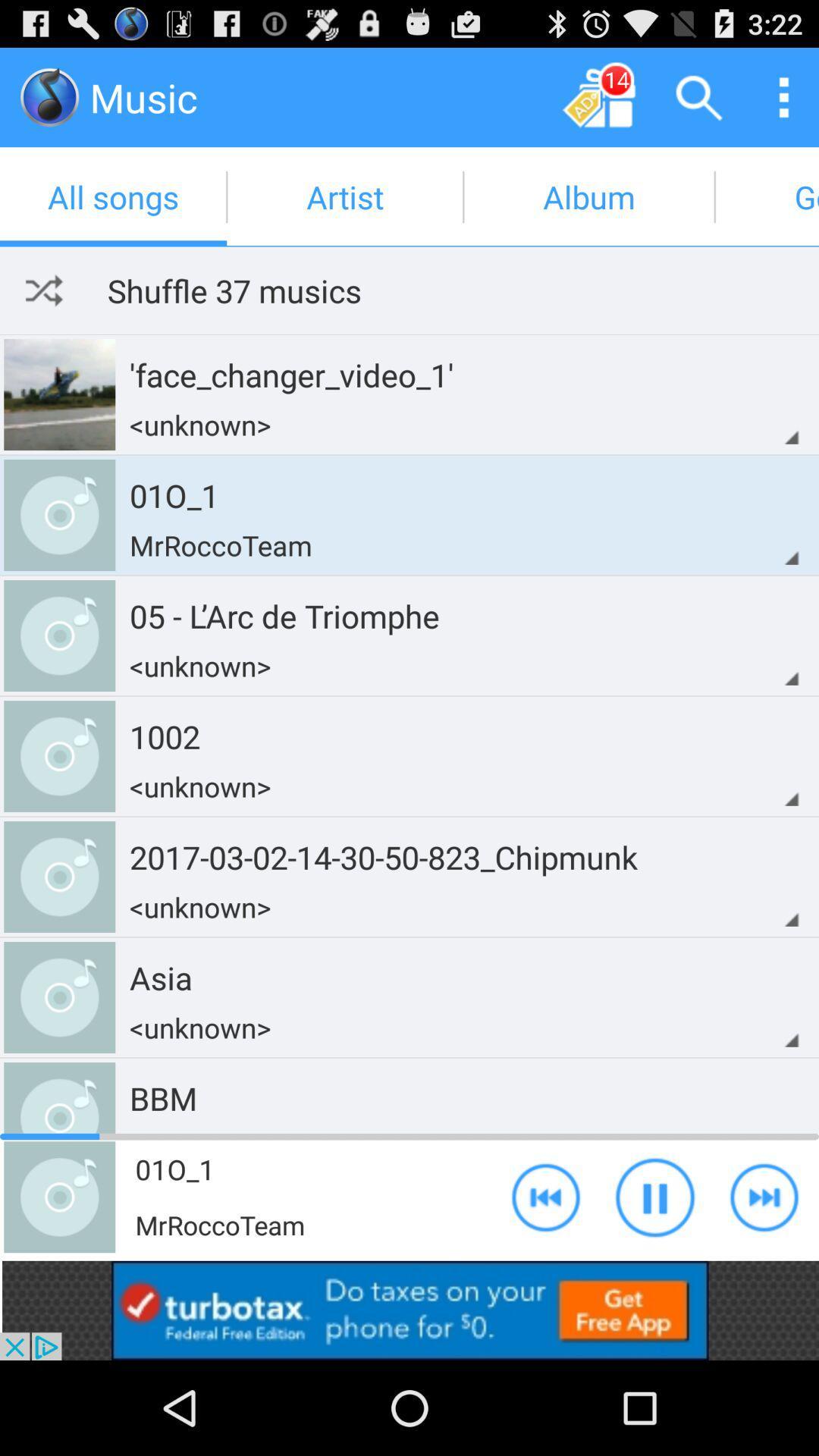 This screenshot has height=1456, width=819. I want to click on press to stop, so click(654, 1196).